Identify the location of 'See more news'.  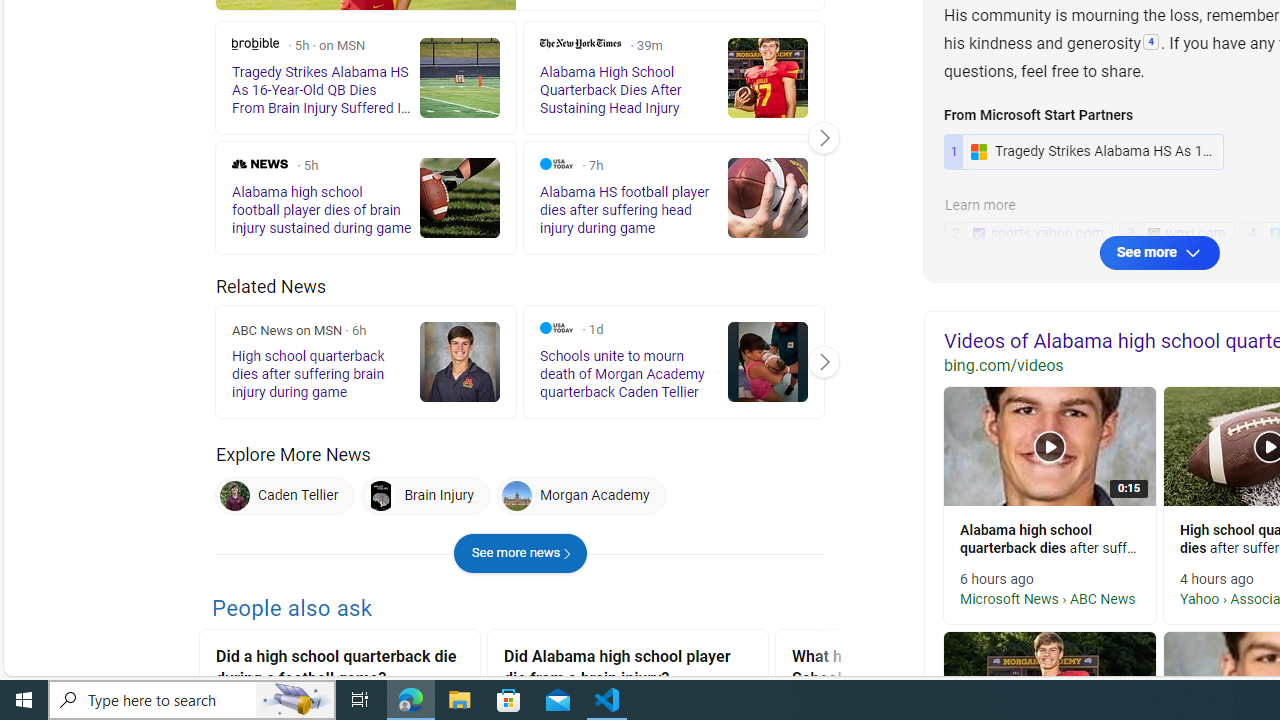
(520, 553).